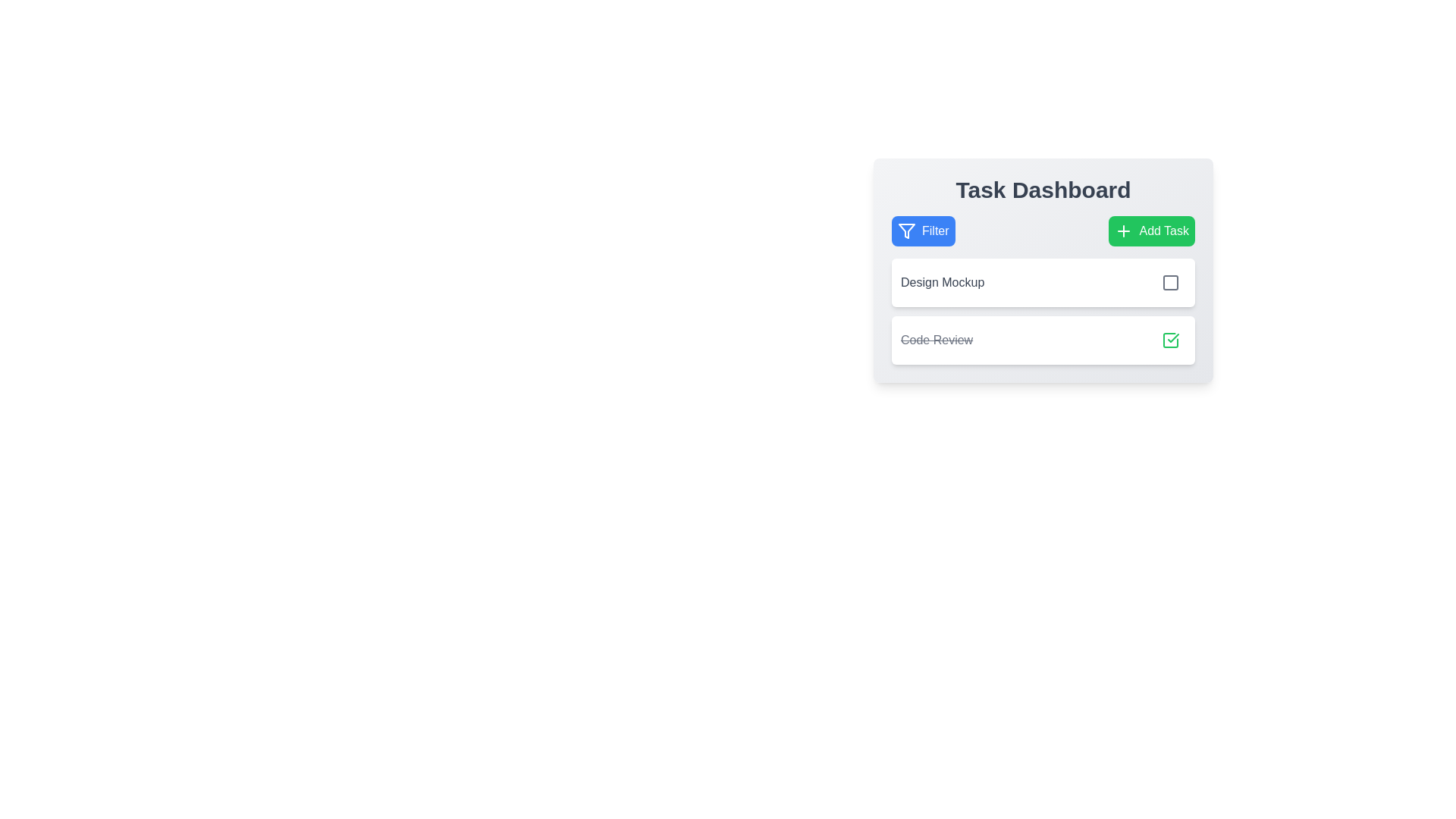  I want to click on the 'Filter' icon, which visually represents the filtering action and is located to the left of the text label within the 'Filter' button, so click(906, 231).